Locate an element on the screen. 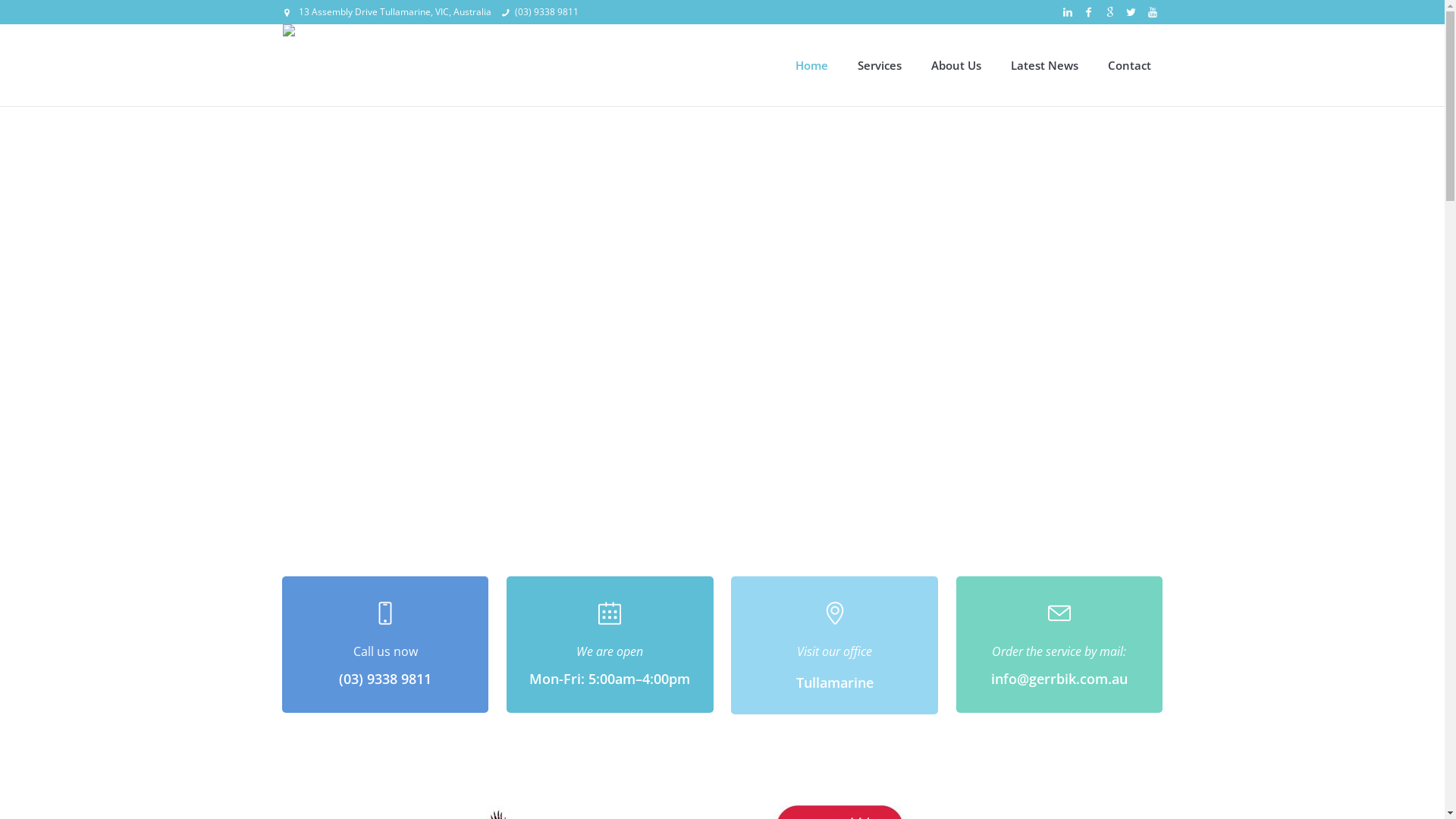 This screenshot has width=1456, height=819. 'YouTube' is located at coordinates (1145, 11).